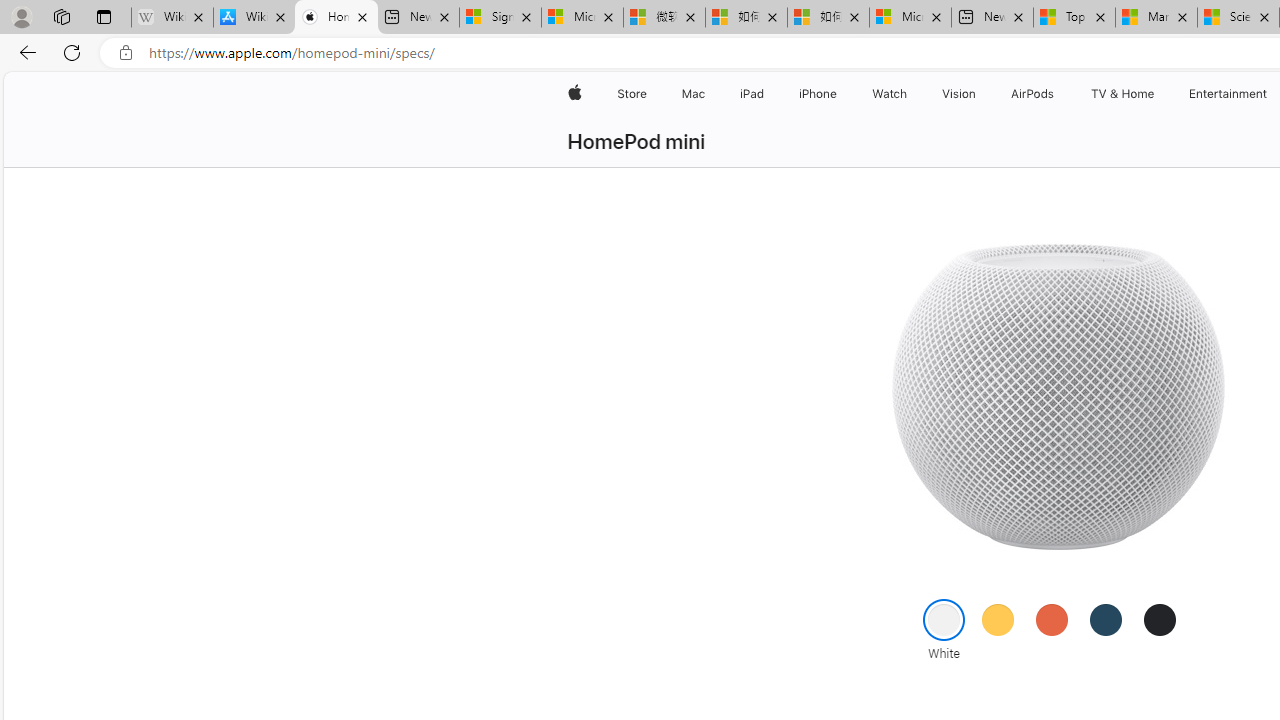  What do you see at coordinates (708, 93) in the screenshot?
I see `'Mac menu'` at bounding box center [708, 93].